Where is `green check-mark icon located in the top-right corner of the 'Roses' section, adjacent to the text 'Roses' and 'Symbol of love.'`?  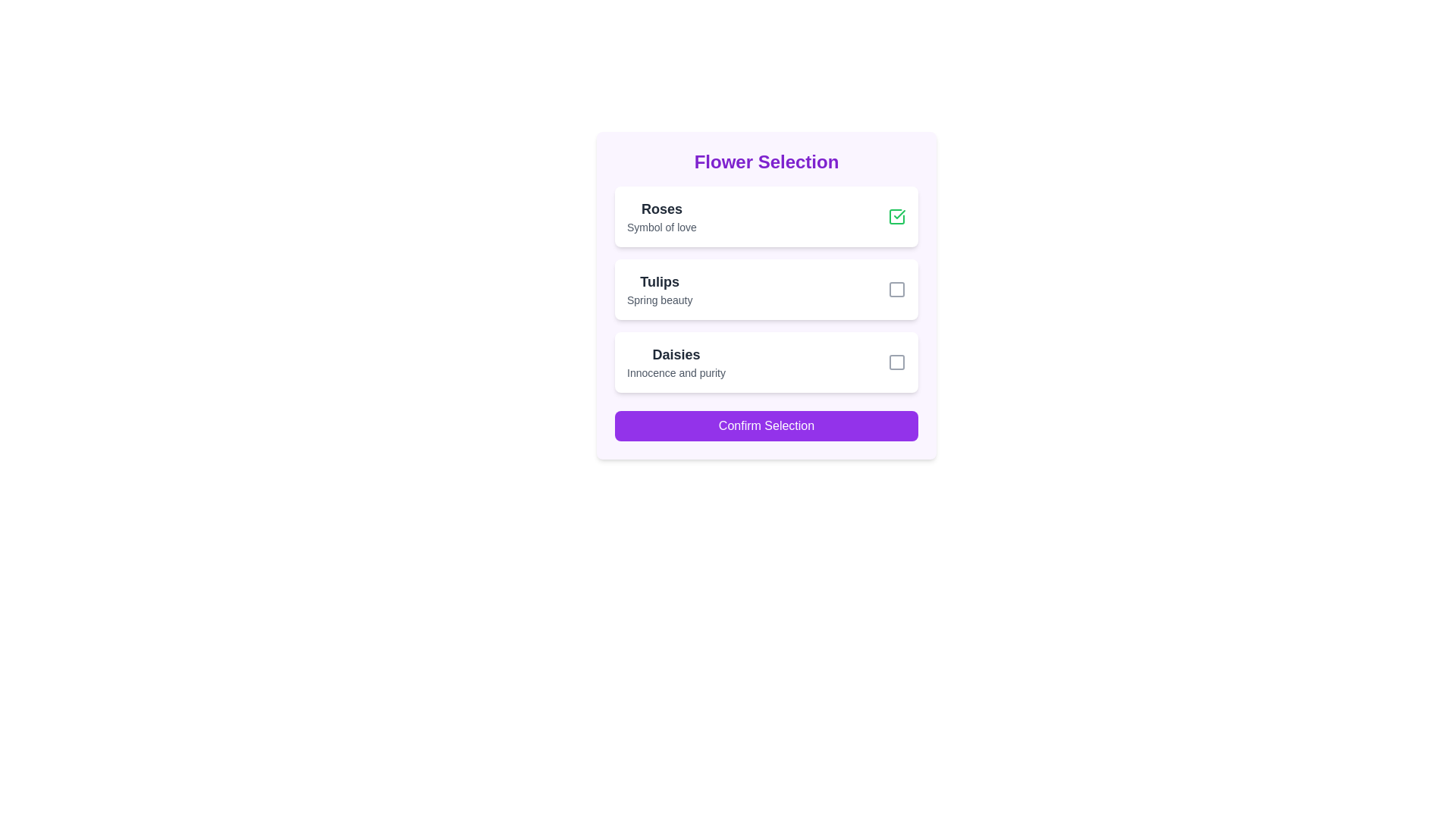
green check-mark icon located in the top-right corner of the 'Roses' section, adjacent to the text 'Roses' and 'Symbol of love.' is located at coordinates (896, 216).